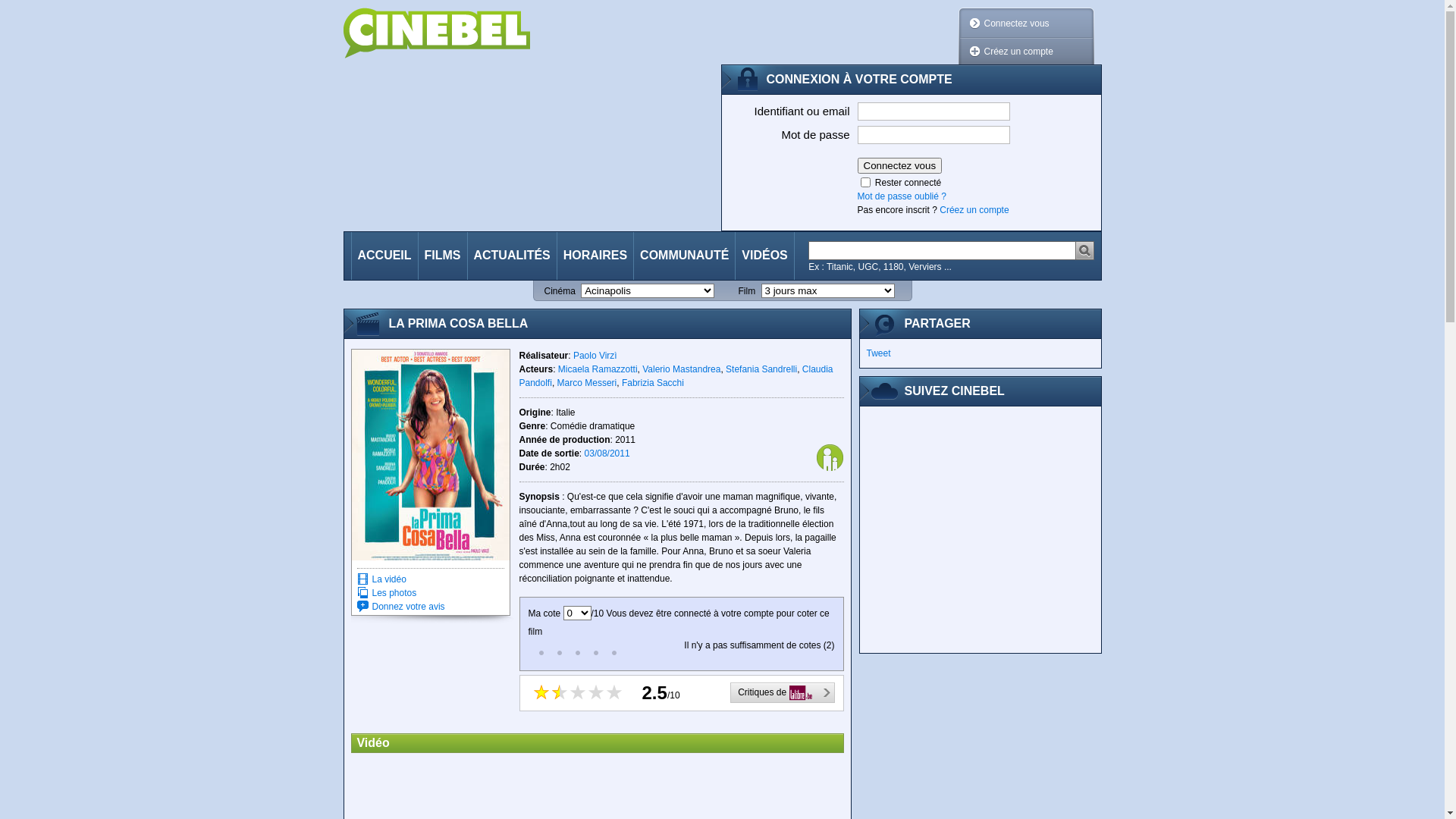 This screenshot has height=819, width=1456. I want to click on 'Donnez votre avis', so click(407, 605).